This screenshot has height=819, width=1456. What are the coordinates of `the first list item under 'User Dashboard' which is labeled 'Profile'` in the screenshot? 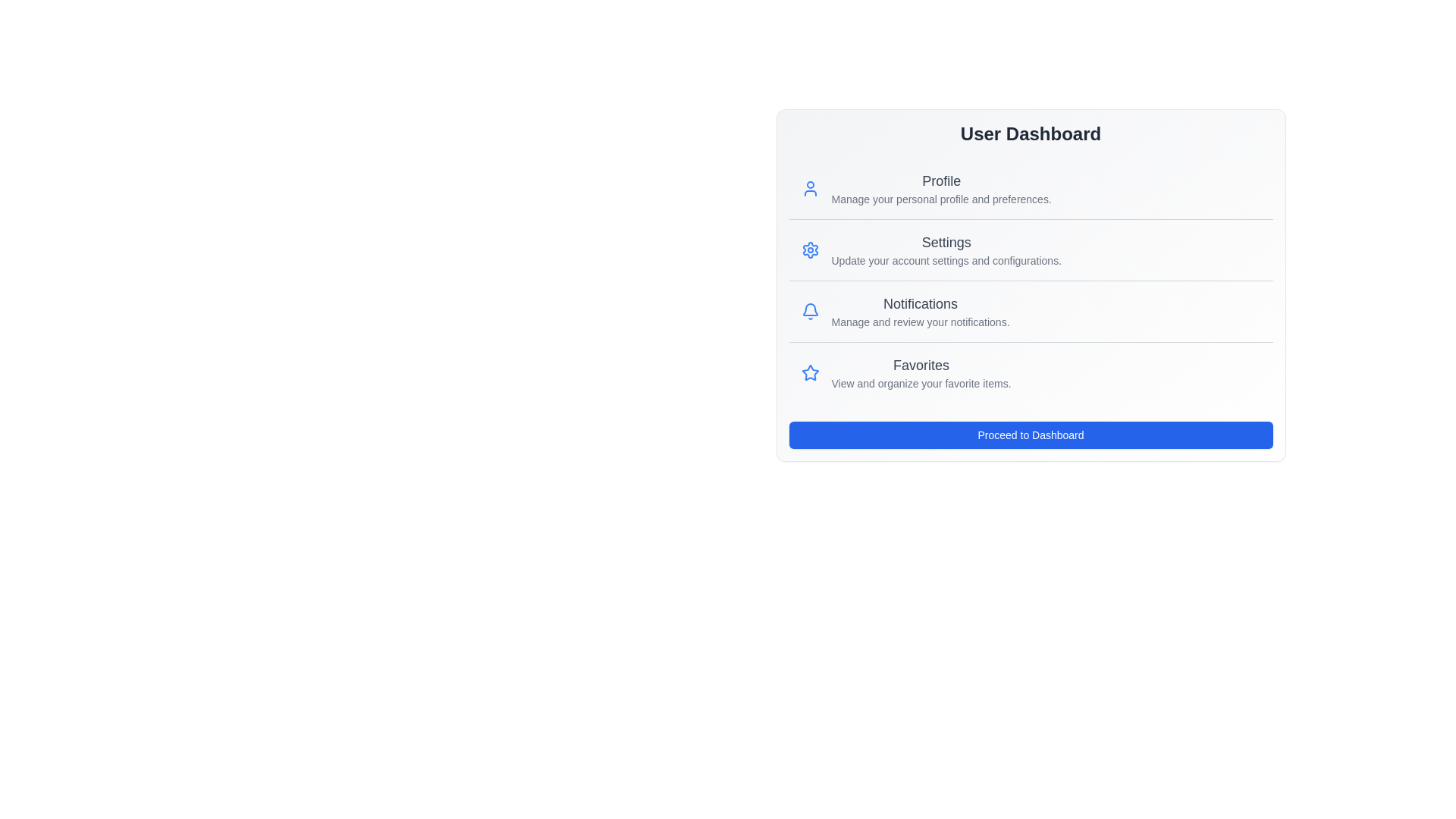 It's located at (1031, 188).